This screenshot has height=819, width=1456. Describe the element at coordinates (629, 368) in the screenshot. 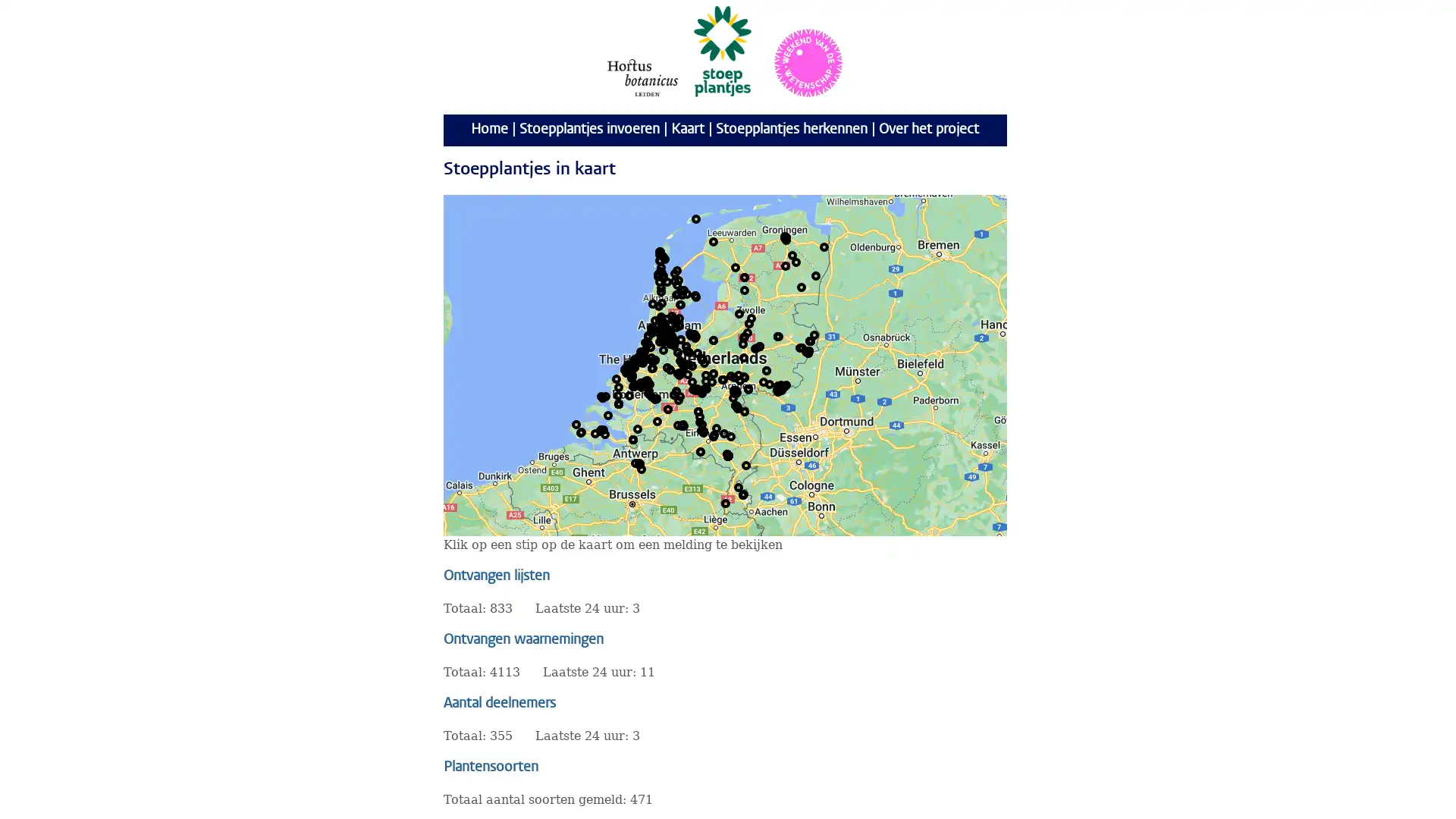

I see `Telling van op 22 januari 2022` at that location.